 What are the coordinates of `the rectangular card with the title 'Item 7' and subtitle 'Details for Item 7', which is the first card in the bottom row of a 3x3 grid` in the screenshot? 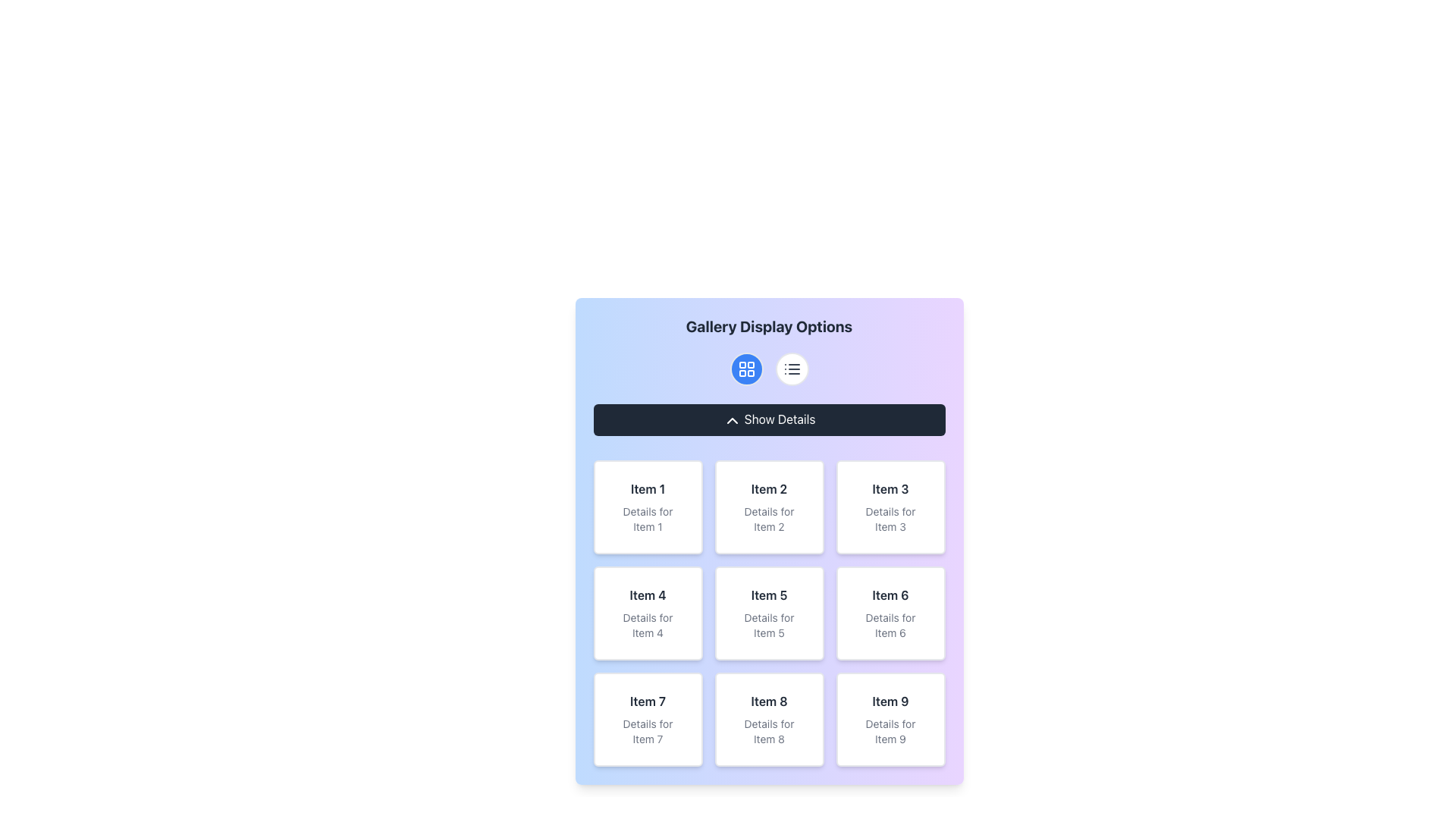 It's located at (648, 718).